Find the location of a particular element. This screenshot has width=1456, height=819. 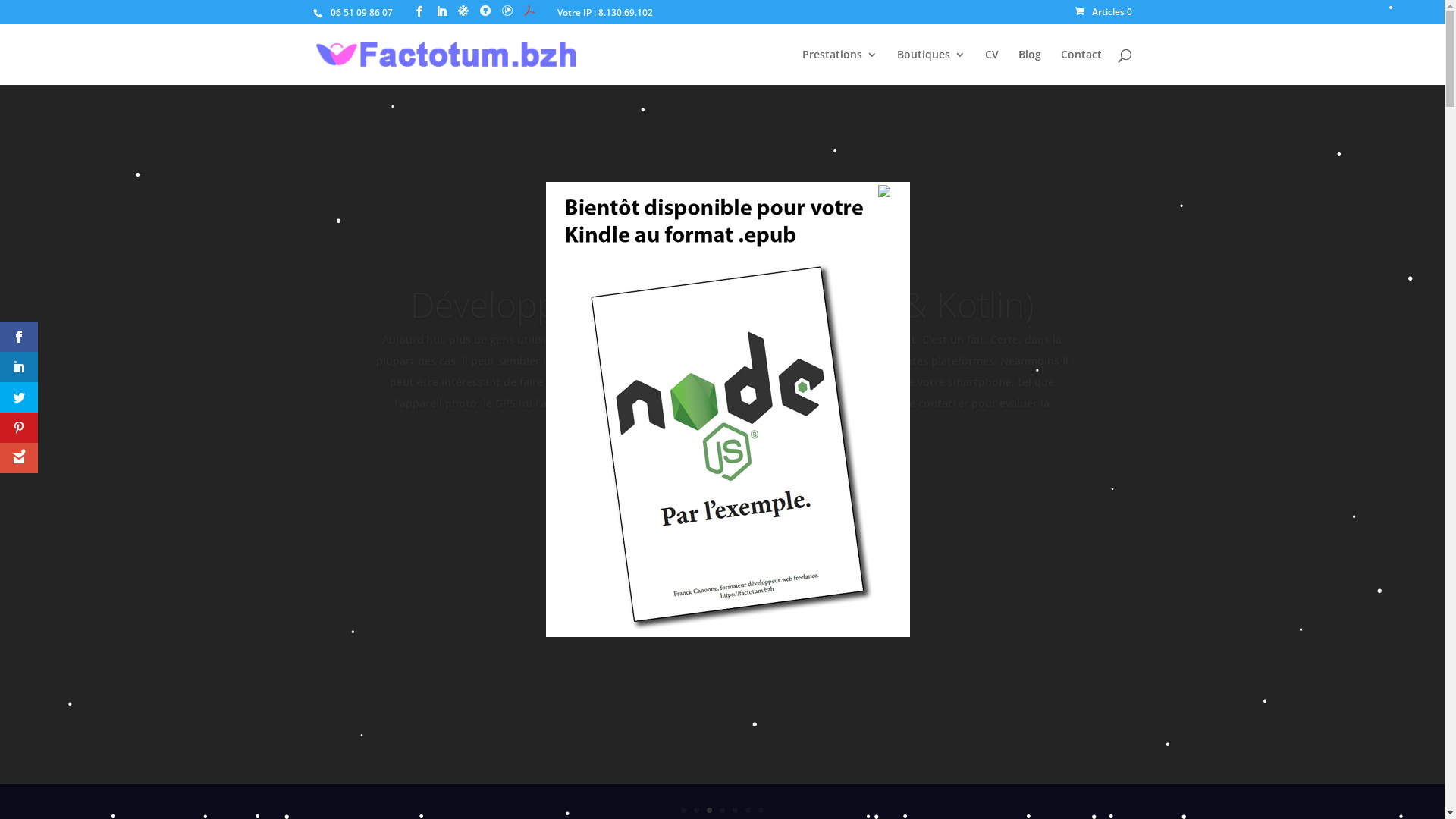

'7' is located at coordinates (761, 809).